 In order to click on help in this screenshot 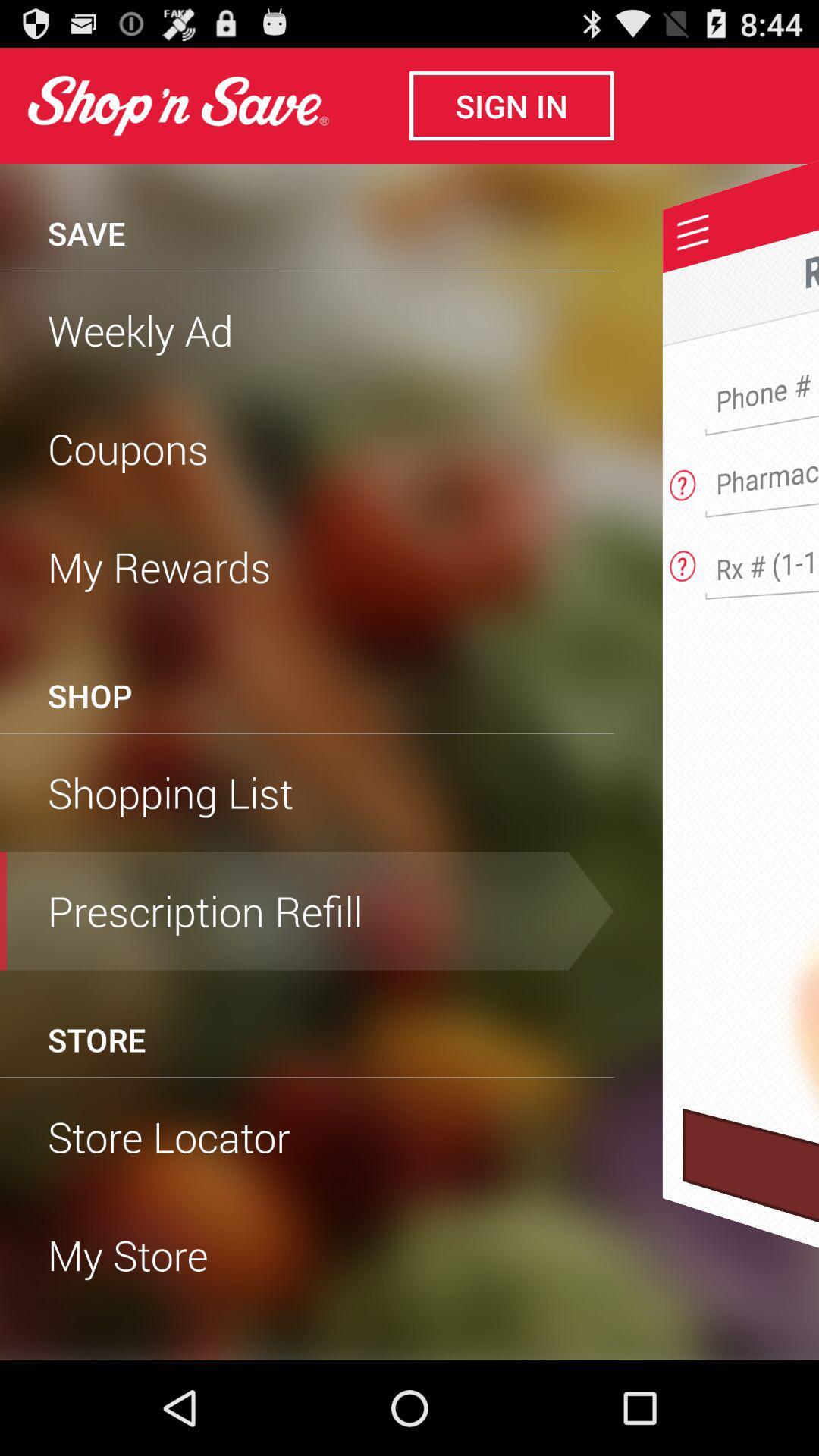, I will do `click(682, 480)`.